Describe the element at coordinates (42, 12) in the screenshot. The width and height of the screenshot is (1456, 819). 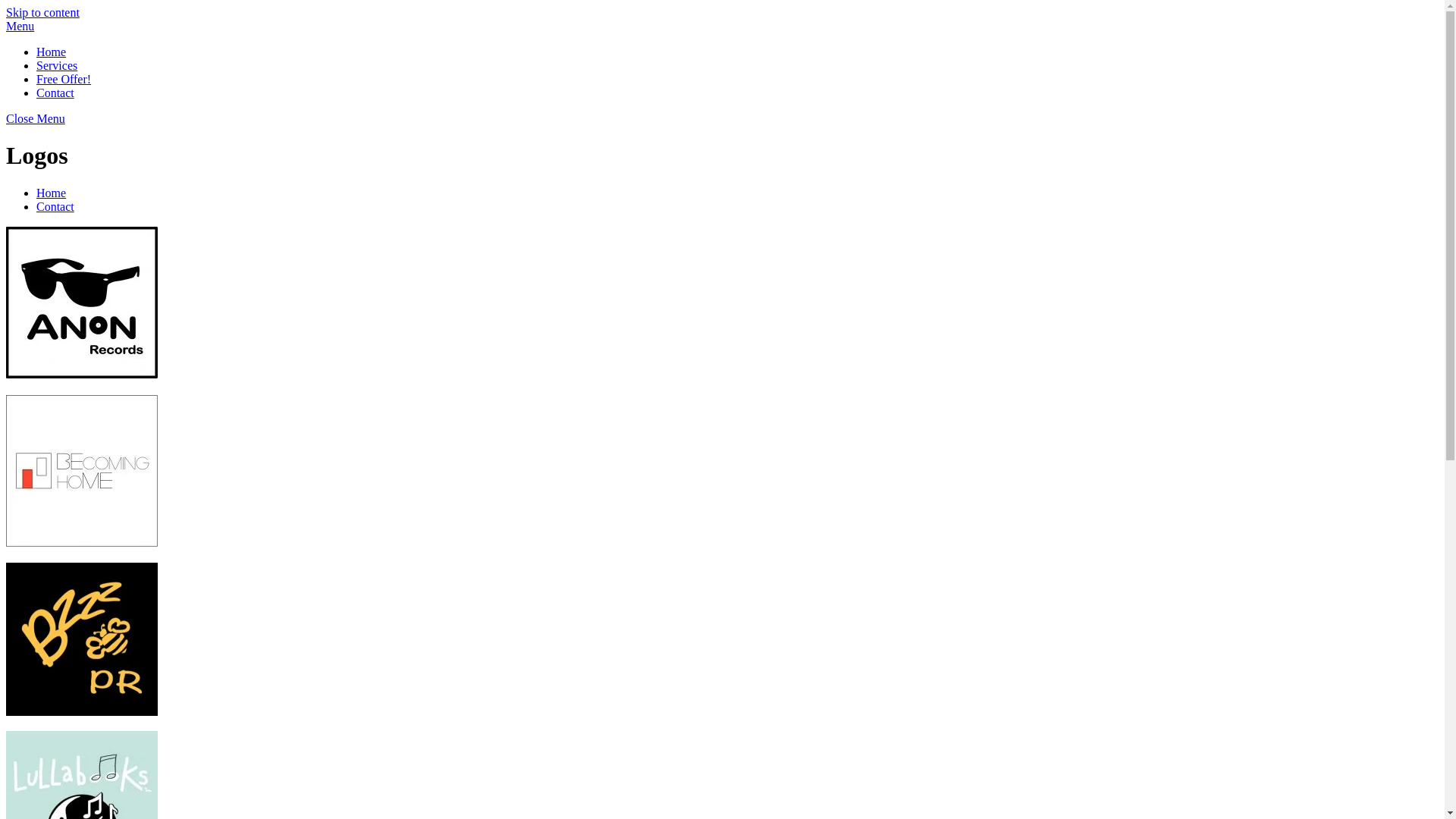
I see `'Skip to content'` at that location.